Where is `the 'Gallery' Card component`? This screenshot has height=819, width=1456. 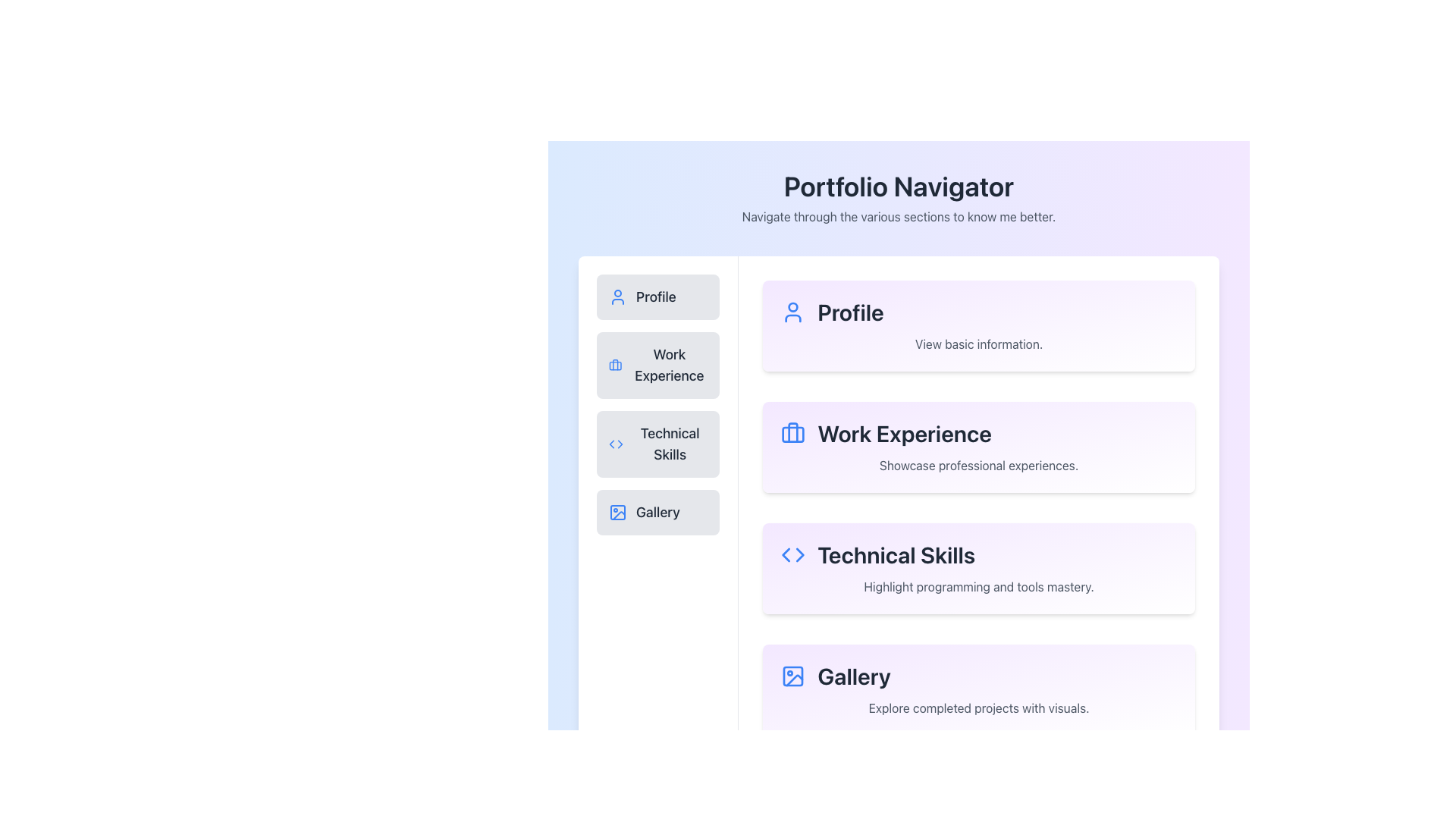
the 'Gallery' Card component is located at coordinates (979, 690).